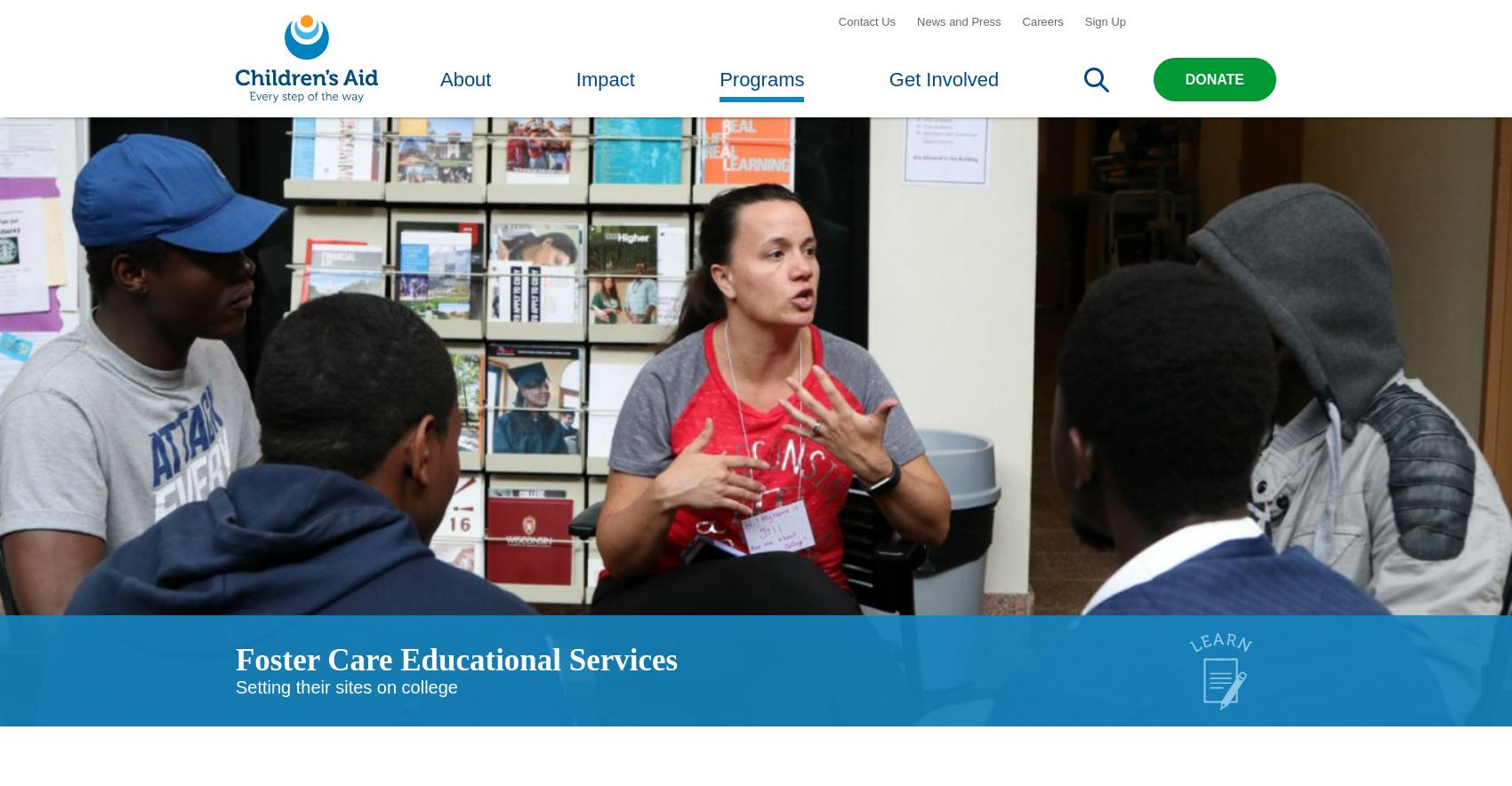 This screenshot has height=786, width=1512. Describe the element at coordinates (958, 33) in the screenshot. I see `'News and Press'` at that location.